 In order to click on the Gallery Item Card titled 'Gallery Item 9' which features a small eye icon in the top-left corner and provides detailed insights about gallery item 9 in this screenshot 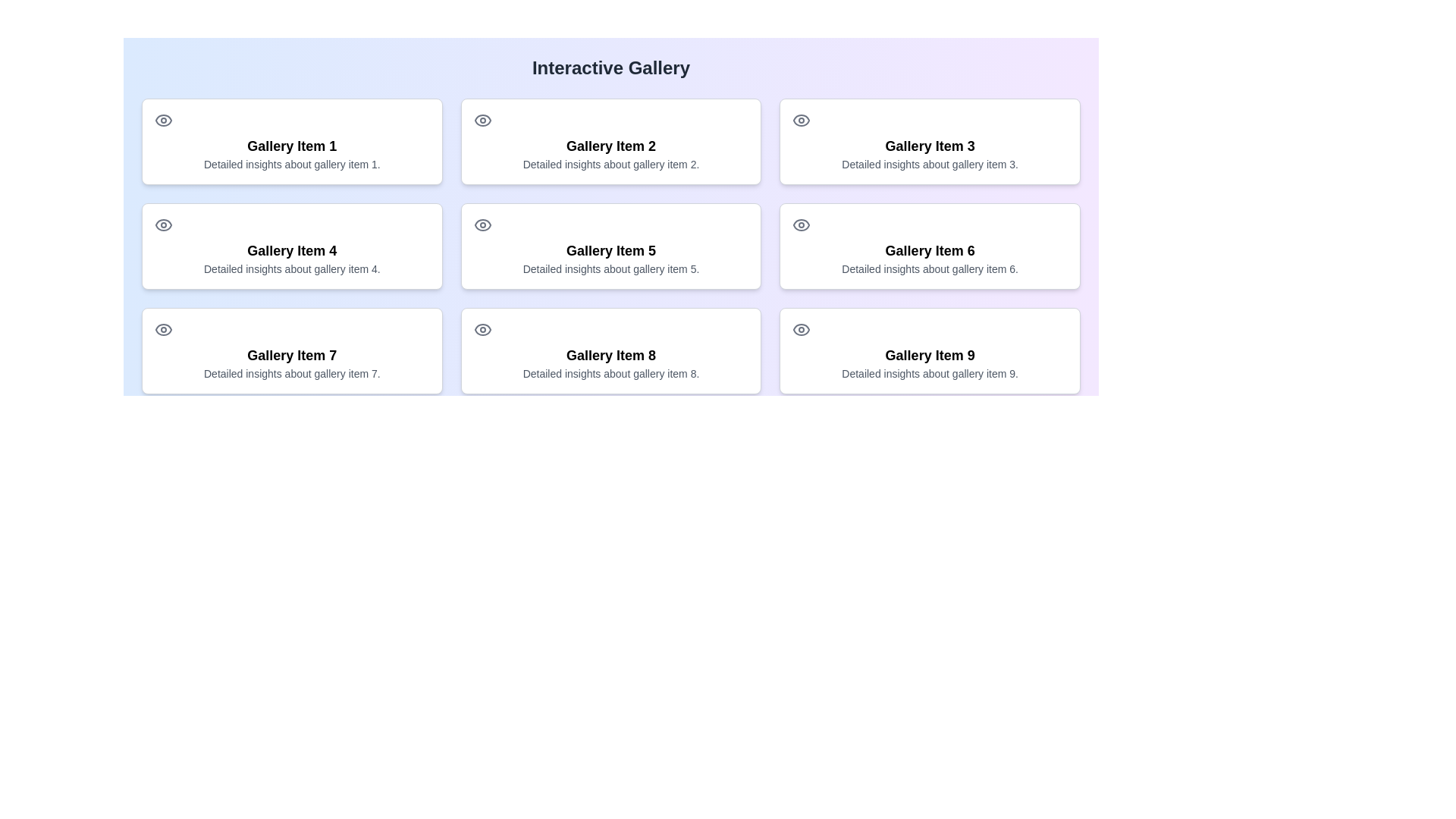, I will do `click(929, 350)`.